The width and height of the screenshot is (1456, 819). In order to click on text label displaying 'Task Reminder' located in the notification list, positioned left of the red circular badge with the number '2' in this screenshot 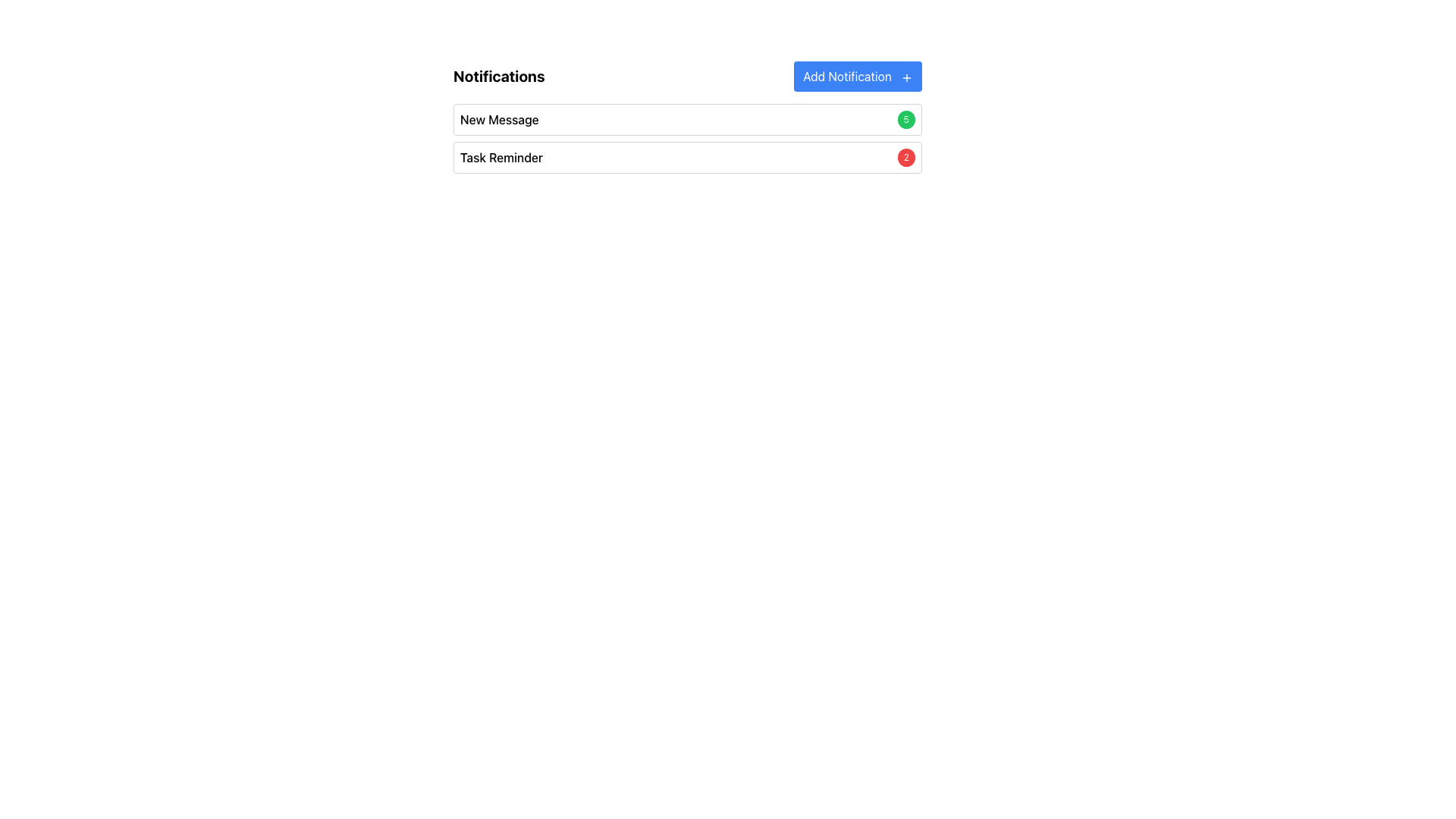, I will do `click(501, 158)`.